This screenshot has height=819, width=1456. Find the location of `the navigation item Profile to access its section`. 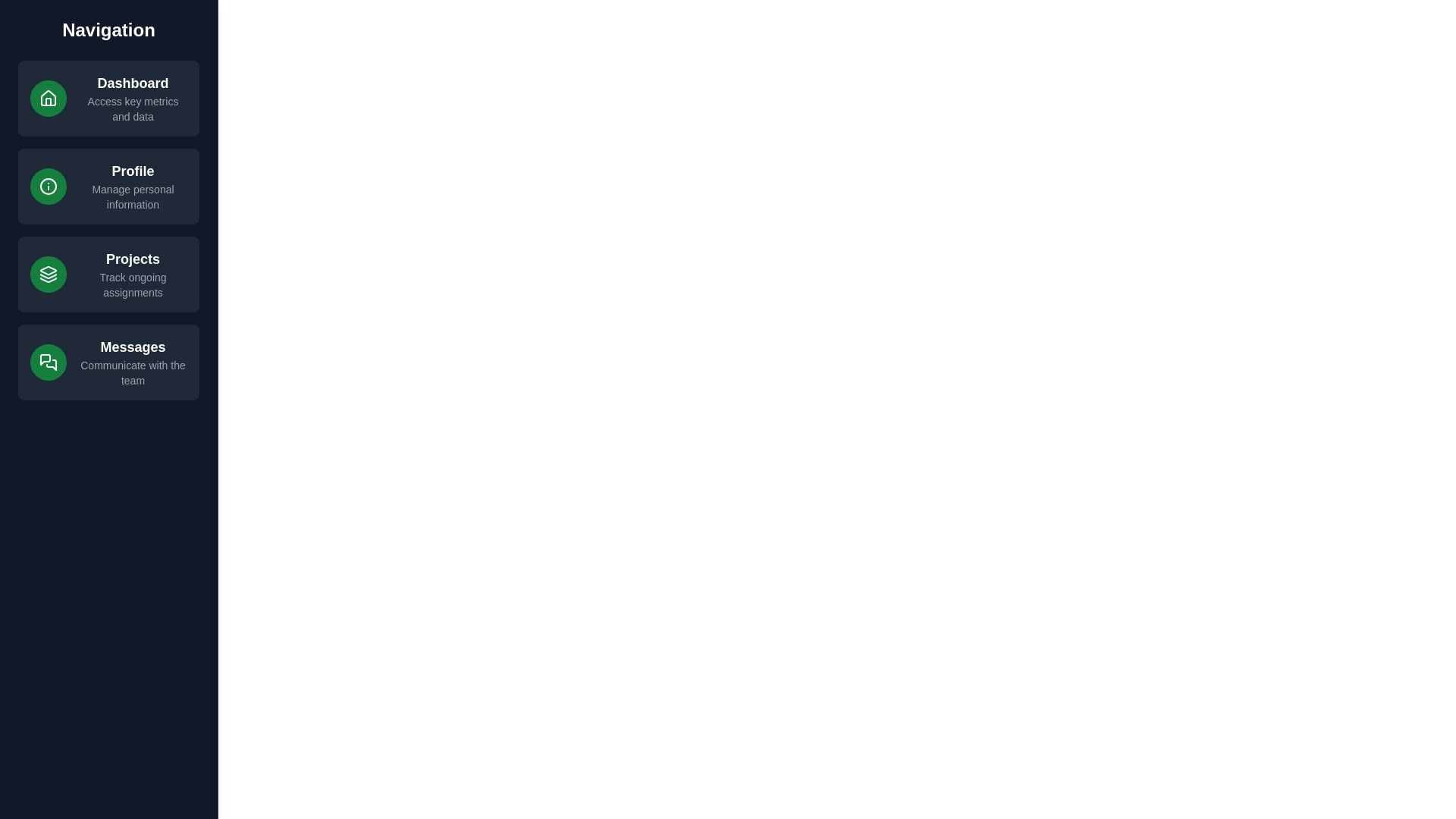

the navigation item Profile to access its section is located at coordinates (108, 186).